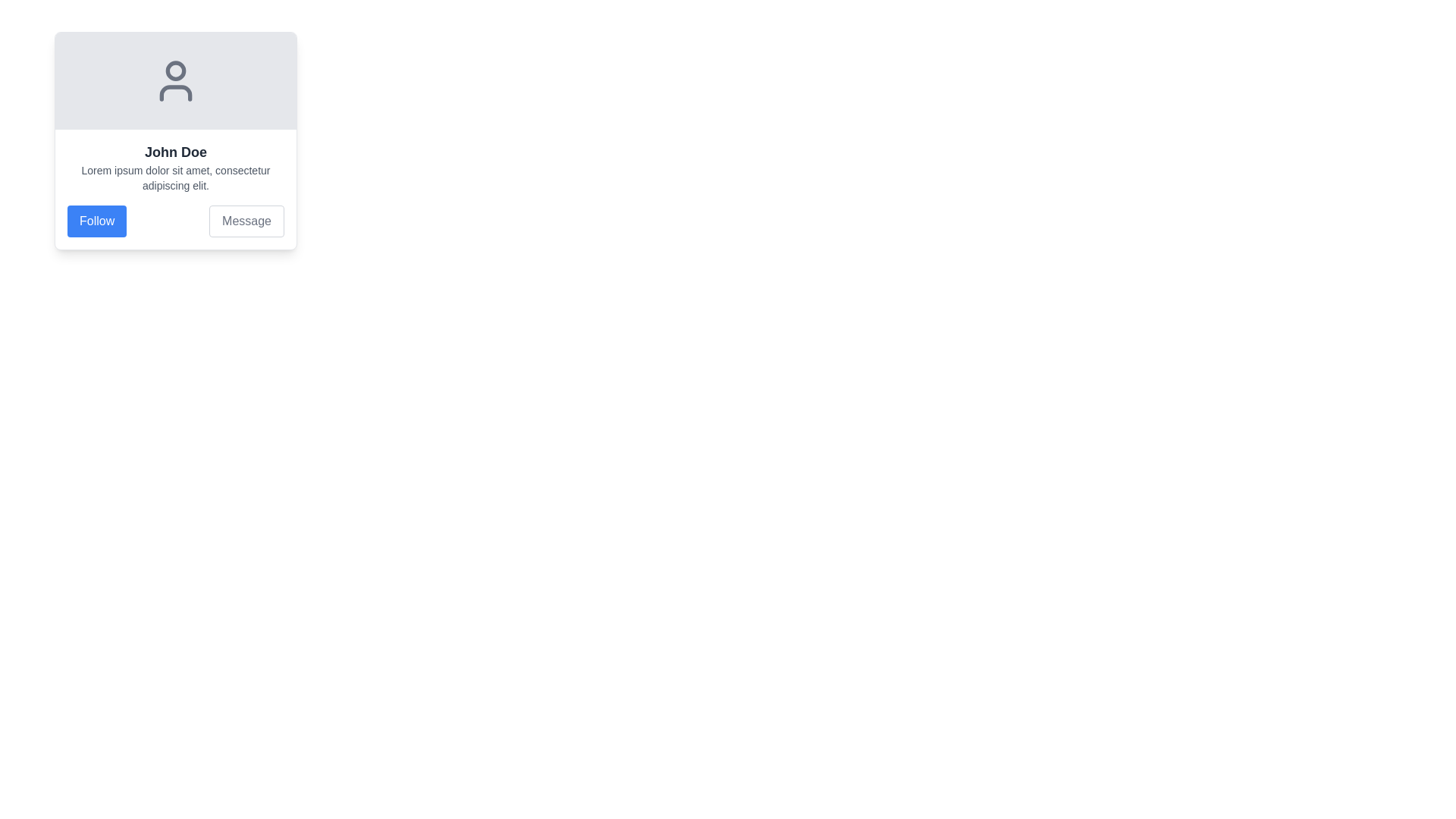  What do you see at coordinates (175, 152) in the screenshot?
I see `the static text displaying 'John Doe' styled in bold and large font within the user profile card, located beneath the user icon` at bounding box center [175, 152].